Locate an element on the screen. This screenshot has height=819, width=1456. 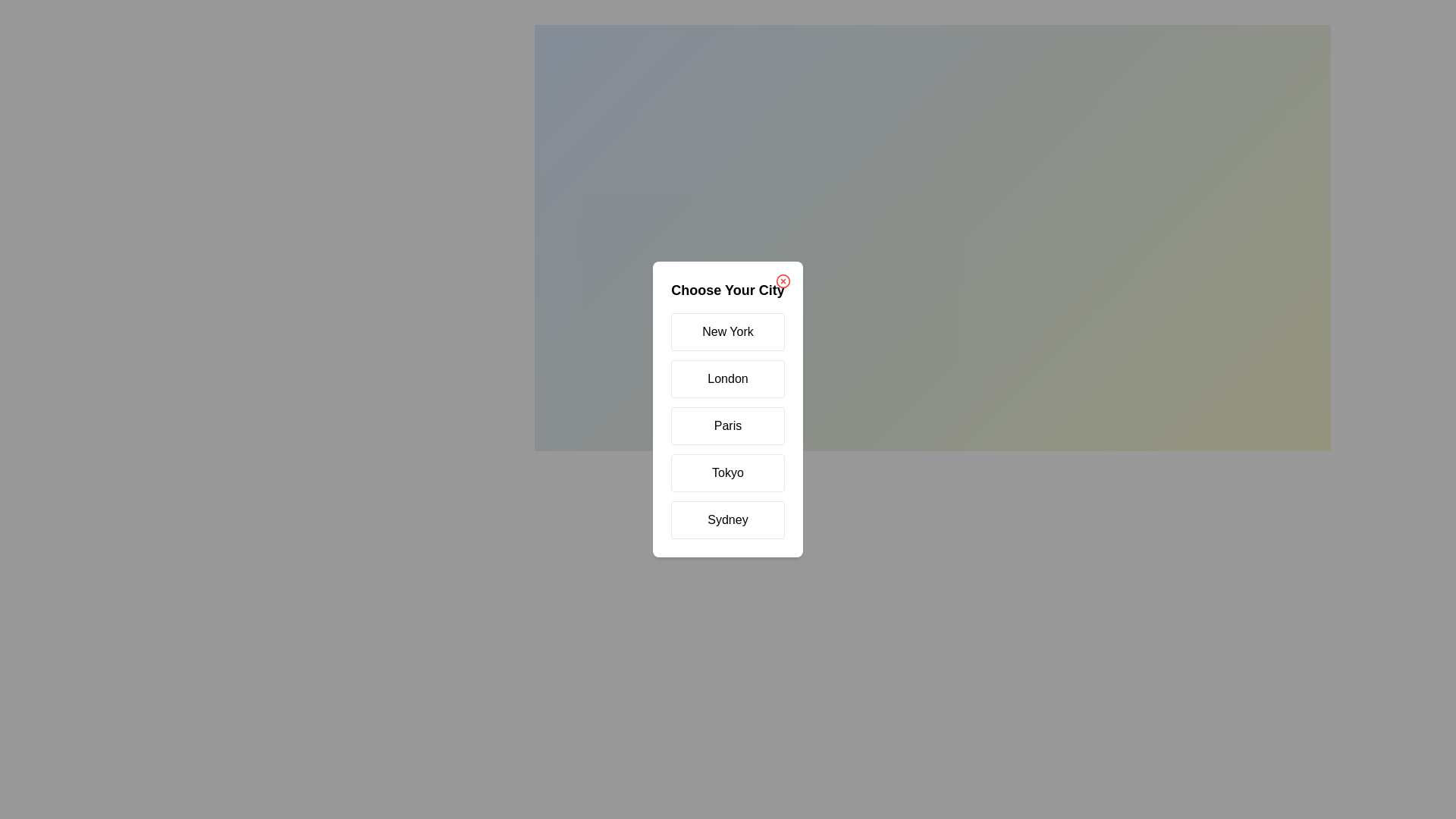
the city Tokyo from the list is located at coordinates (728, 472).